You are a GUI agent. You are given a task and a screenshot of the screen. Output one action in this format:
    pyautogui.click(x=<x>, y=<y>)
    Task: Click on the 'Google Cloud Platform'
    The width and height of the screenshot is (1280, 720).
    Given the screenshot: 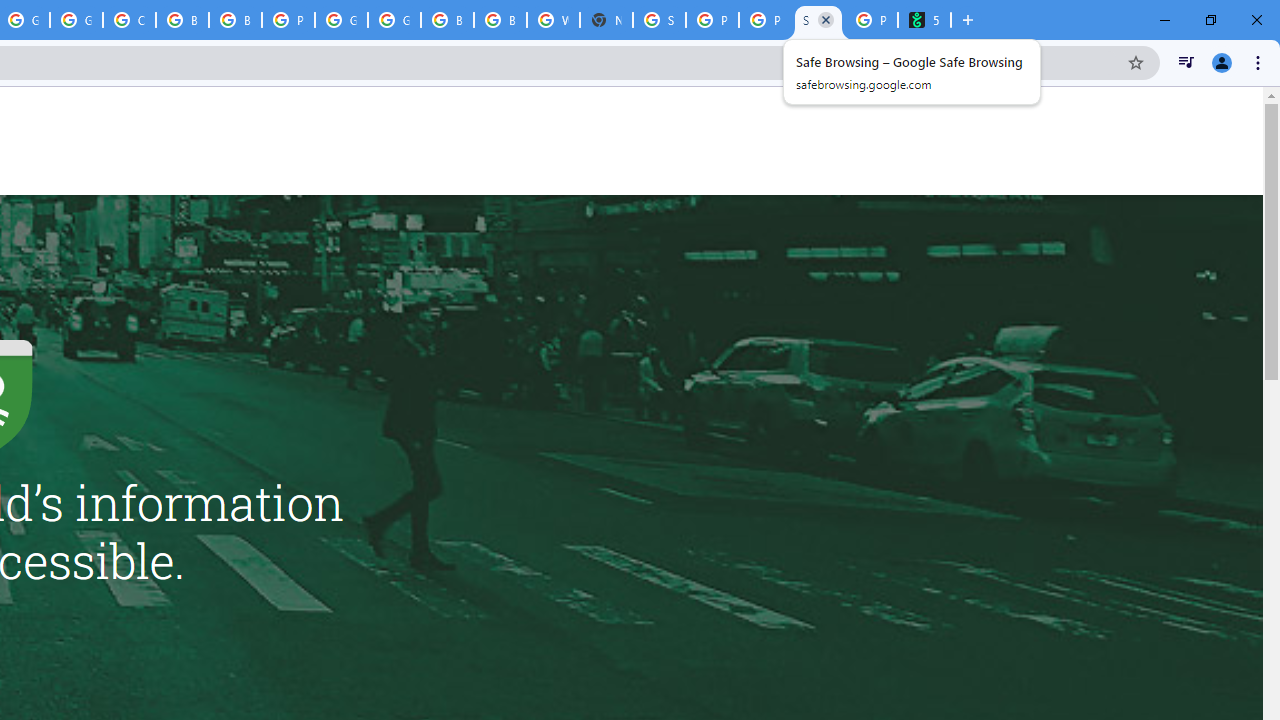 What is the action you would take?
    pyautogui.click(x=394, y=20)
    